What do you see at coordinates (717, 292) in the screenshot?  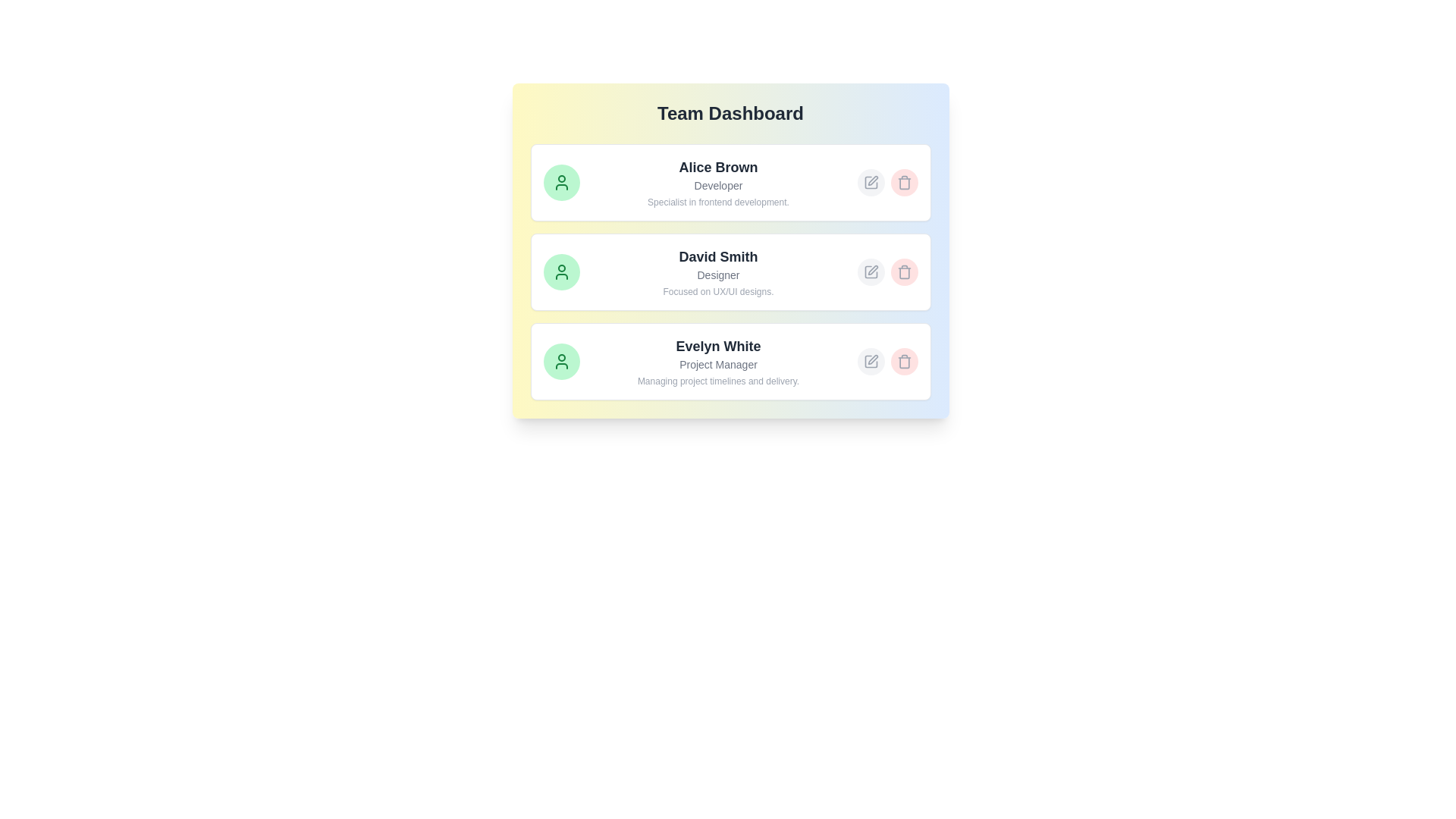 I see `the Text display that provides additional information about 'David Smith', located at the bottom of the card below the 'Designer' label` at bounding box center [717, 292].